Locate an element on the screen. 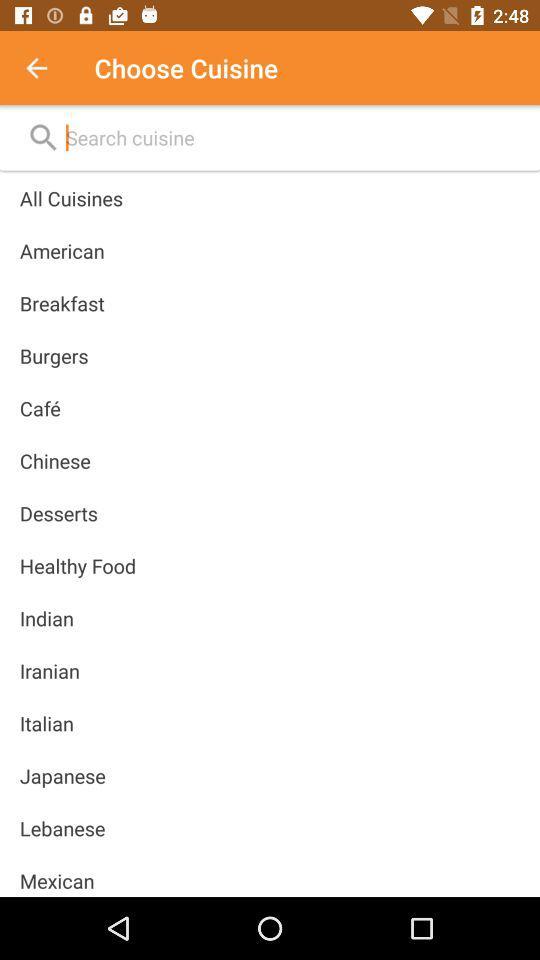 This screenshot has width=540, height=960. japanese is located at coordinates (62, 775).